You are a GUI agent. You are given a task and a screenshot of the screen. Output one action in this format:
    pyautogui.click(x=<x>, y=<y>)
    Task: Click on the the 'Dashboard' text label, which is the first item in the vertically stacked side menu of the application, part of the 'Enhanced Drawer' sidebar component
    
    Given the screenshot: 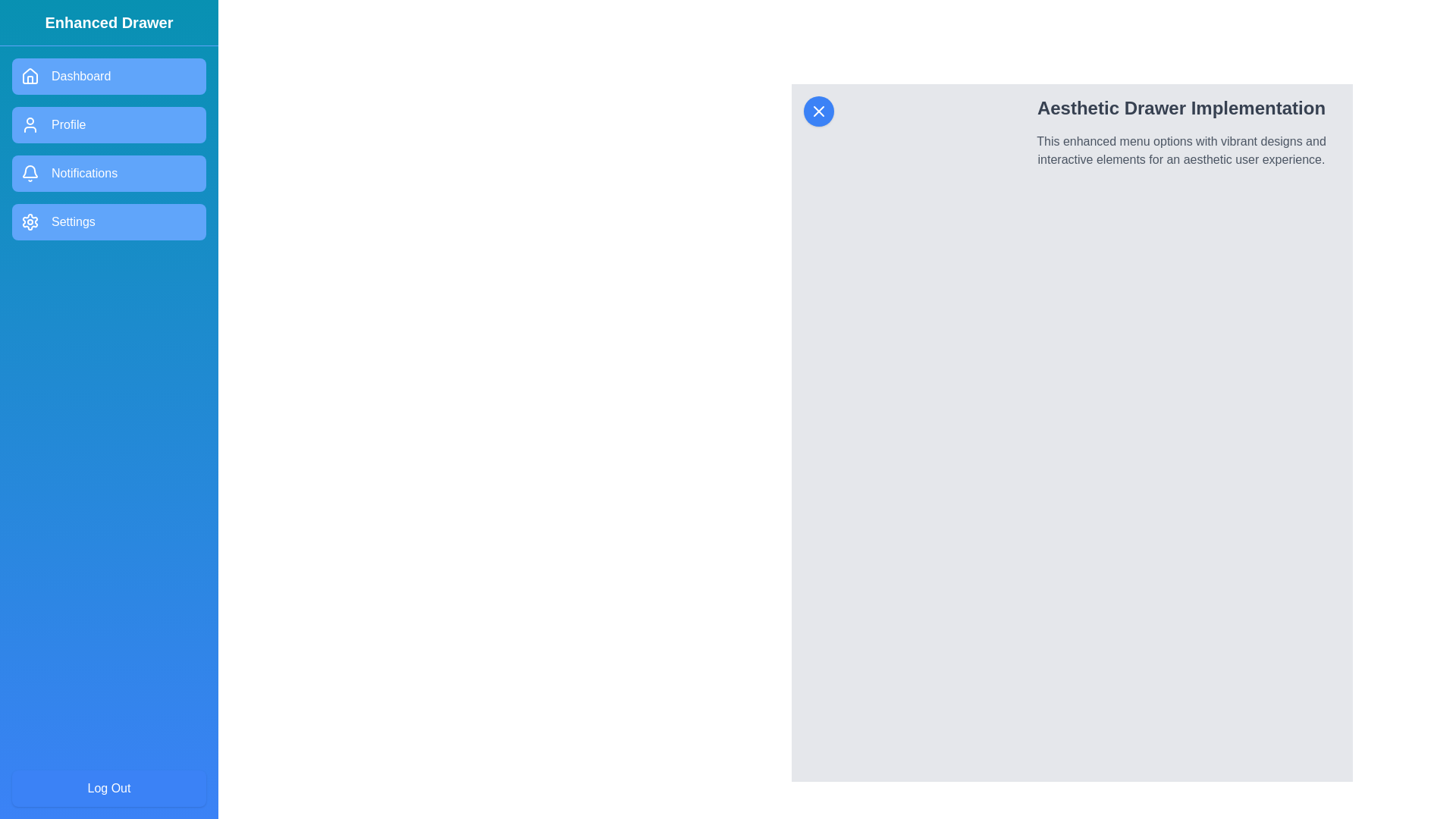 What is the action you would take?
    pyautogui.click(x=80, y=76)
    